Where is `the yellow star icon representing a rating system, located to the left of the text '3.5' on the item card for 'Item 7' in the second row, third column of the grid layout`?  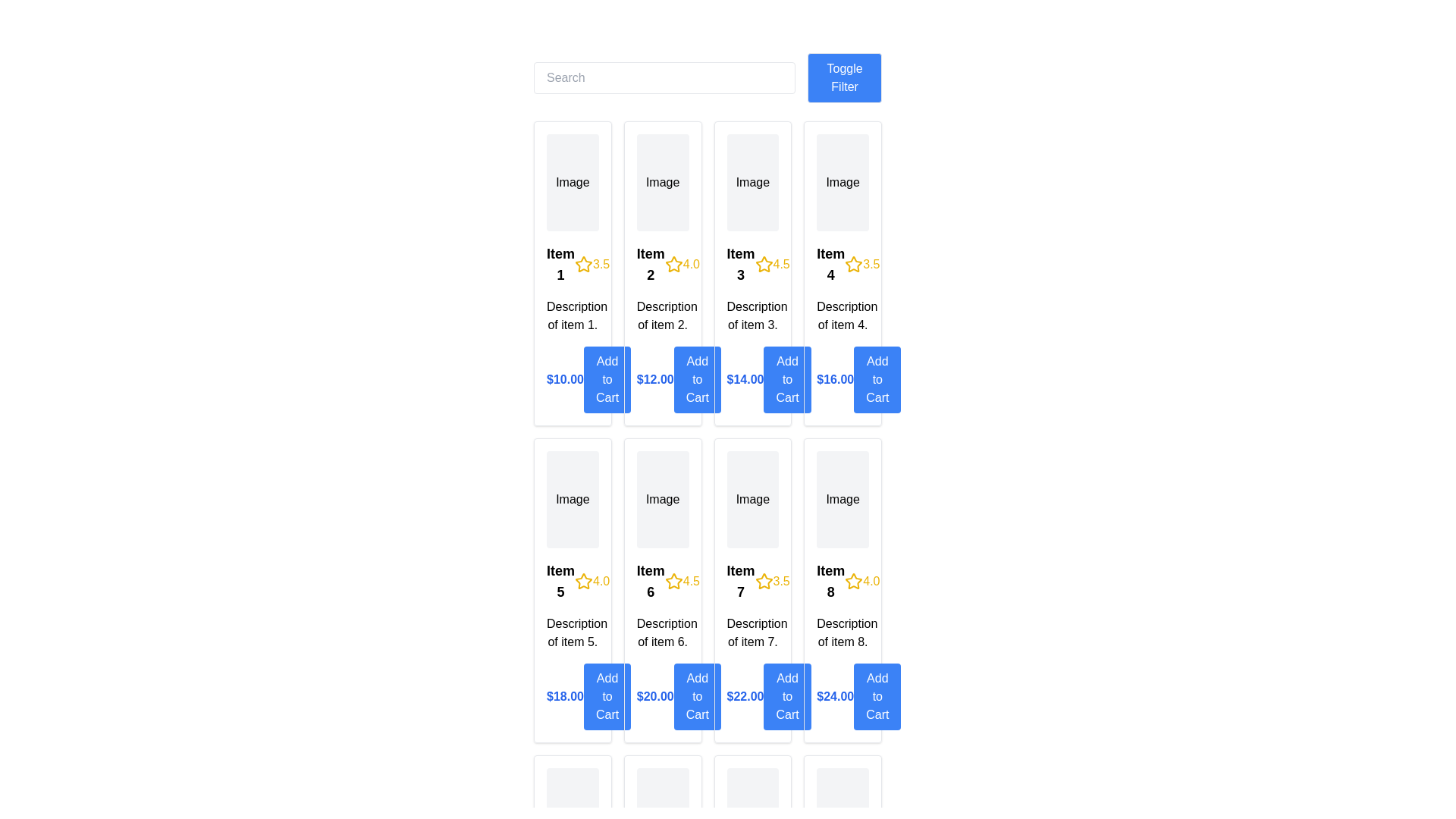
the yellow star icon representing a rating system, located to the left of the text '3.5' on the item card for 'Item 7' in the second row, third column of the grid layout is located at coordinates (764, 581).